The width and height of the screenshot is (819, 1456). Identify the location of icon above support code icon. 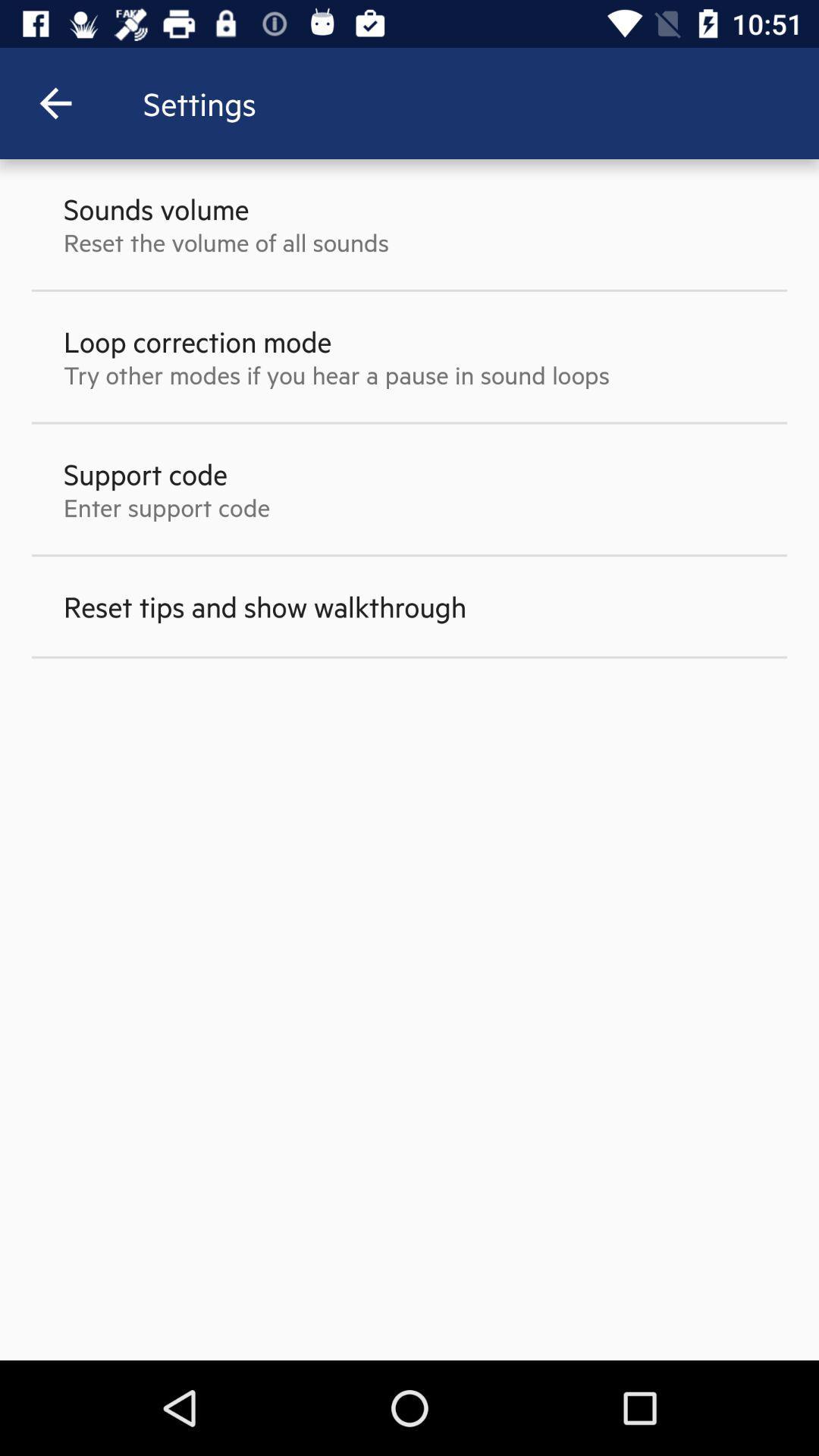
(335, 375).